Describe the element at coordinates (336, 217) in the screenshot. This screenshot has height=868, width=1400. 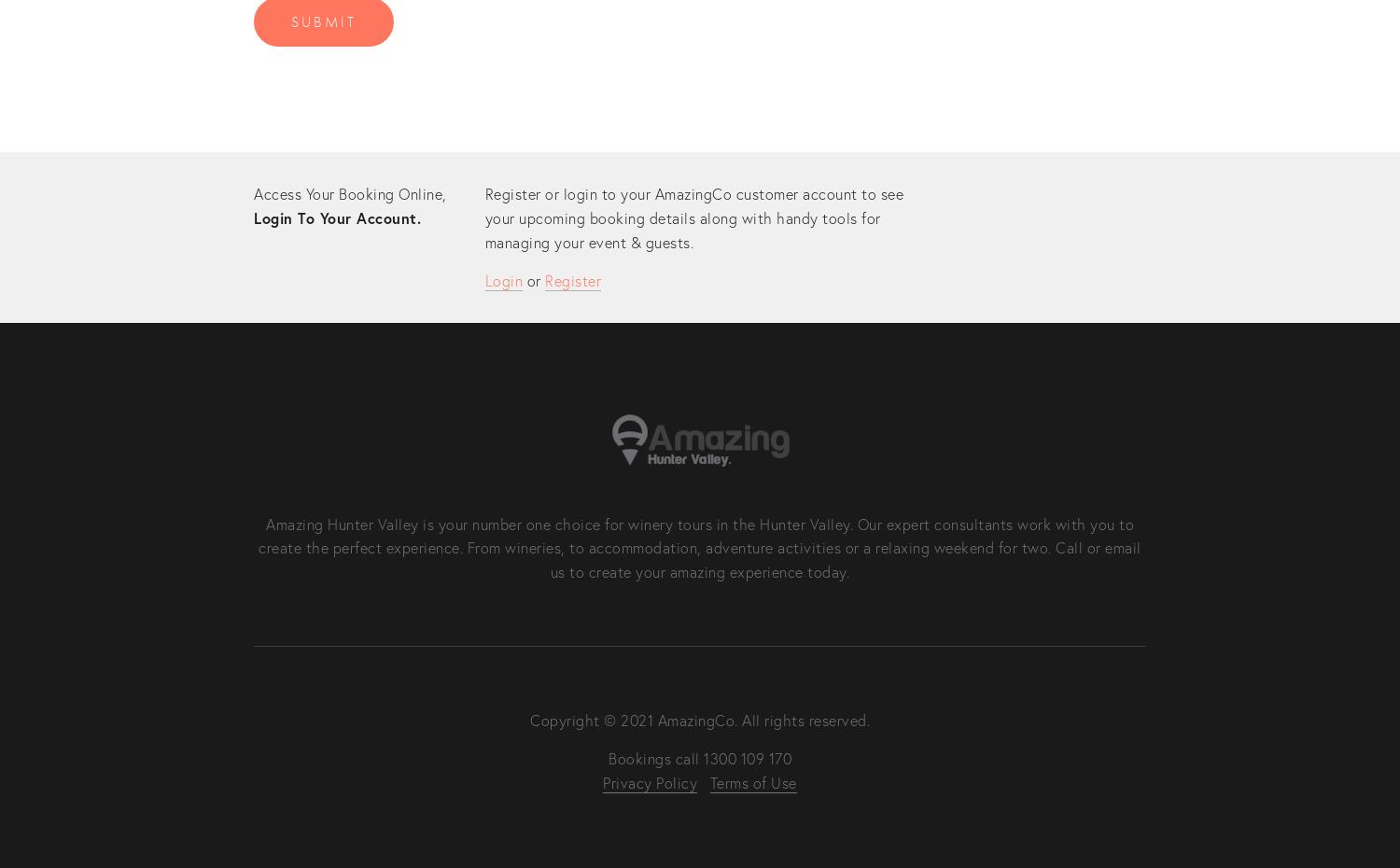
I see `'Login To Your Account.'` at that location.